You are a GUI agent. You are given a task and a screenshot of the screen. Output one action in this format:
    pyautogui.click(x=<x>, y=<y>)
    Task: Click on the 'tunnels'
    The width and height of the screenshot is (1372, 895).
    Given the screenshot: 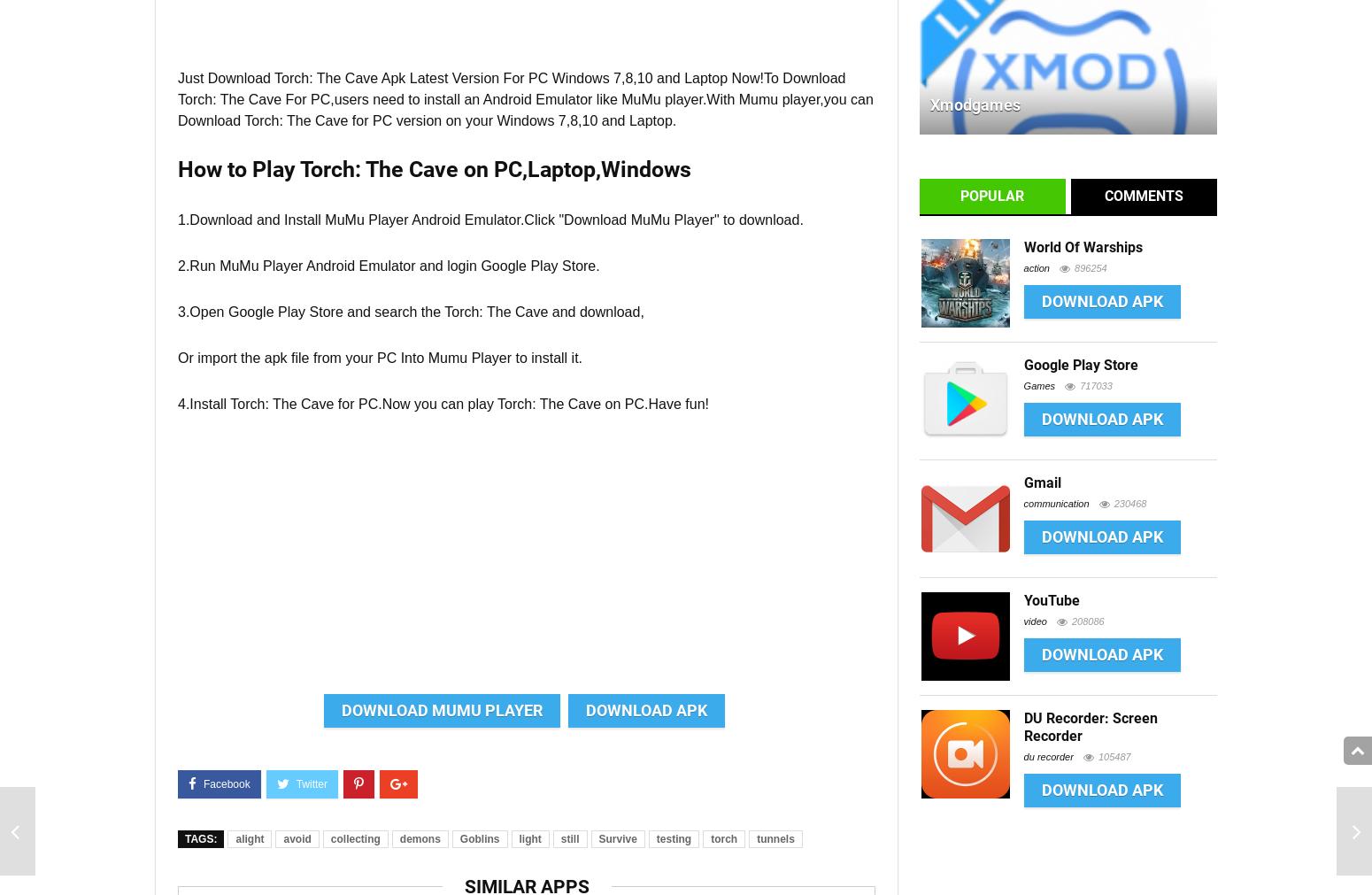 What is the action you would take?
    pyautogui.click(x=775, y=839)
    